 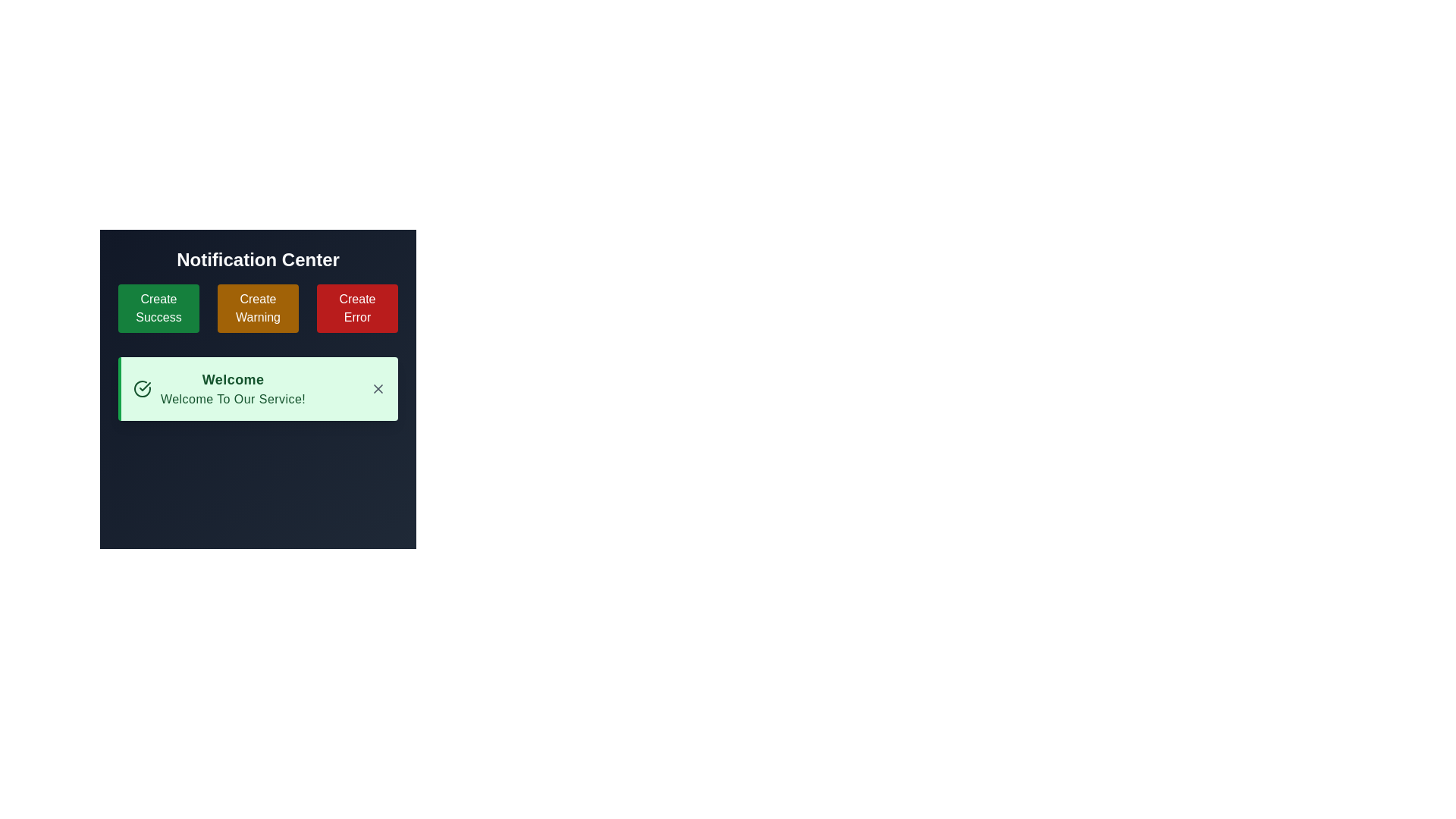 I want to click on the Notification box located in the bottom half of the 'Notification Center', which provides a welcome message and has a close button, so click(x=258, y=388).